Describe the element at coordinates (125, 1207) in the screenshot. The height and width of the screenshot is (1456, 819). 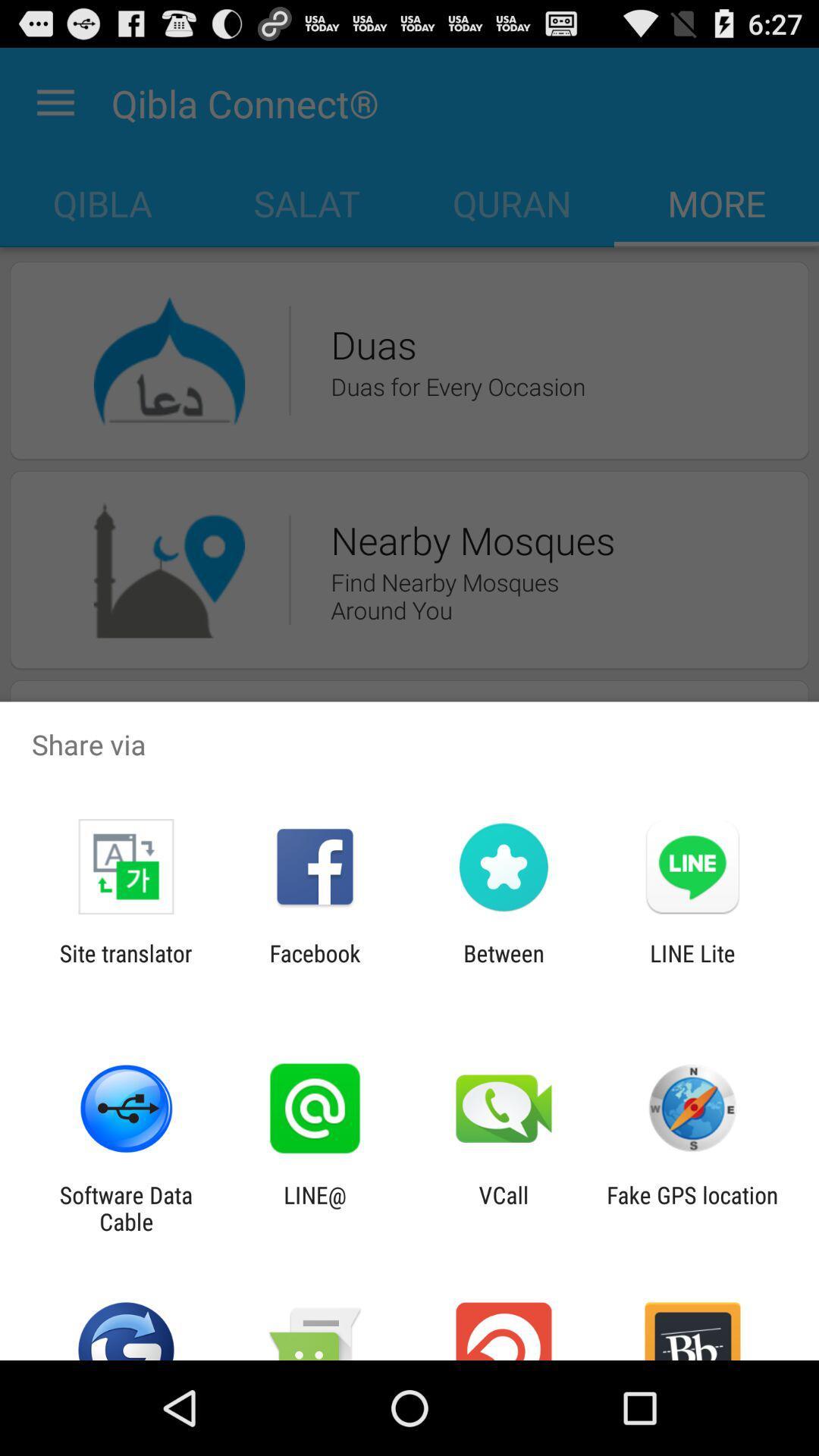
I see `the software data cable icon` at that location.